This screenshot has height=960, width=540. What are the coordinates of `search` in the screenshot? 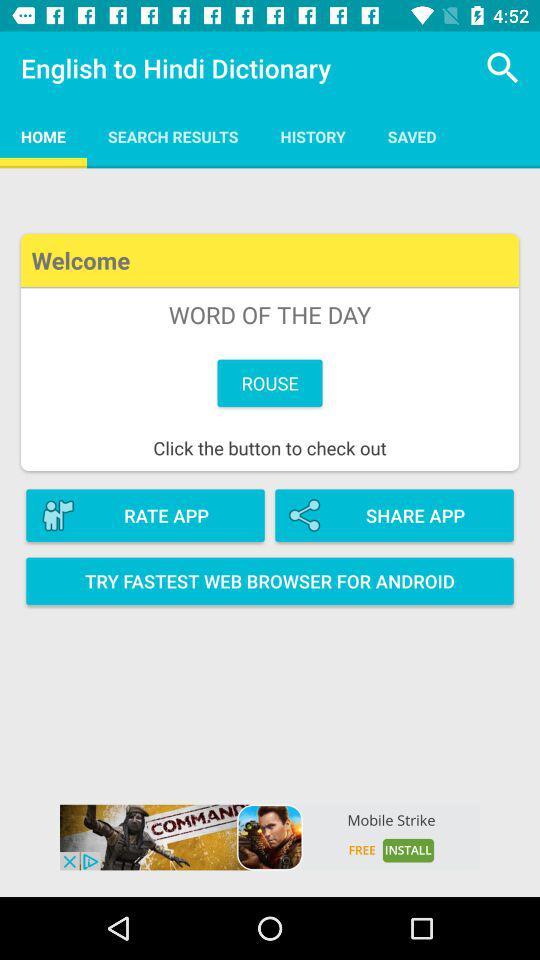 It's located at (502, 68).